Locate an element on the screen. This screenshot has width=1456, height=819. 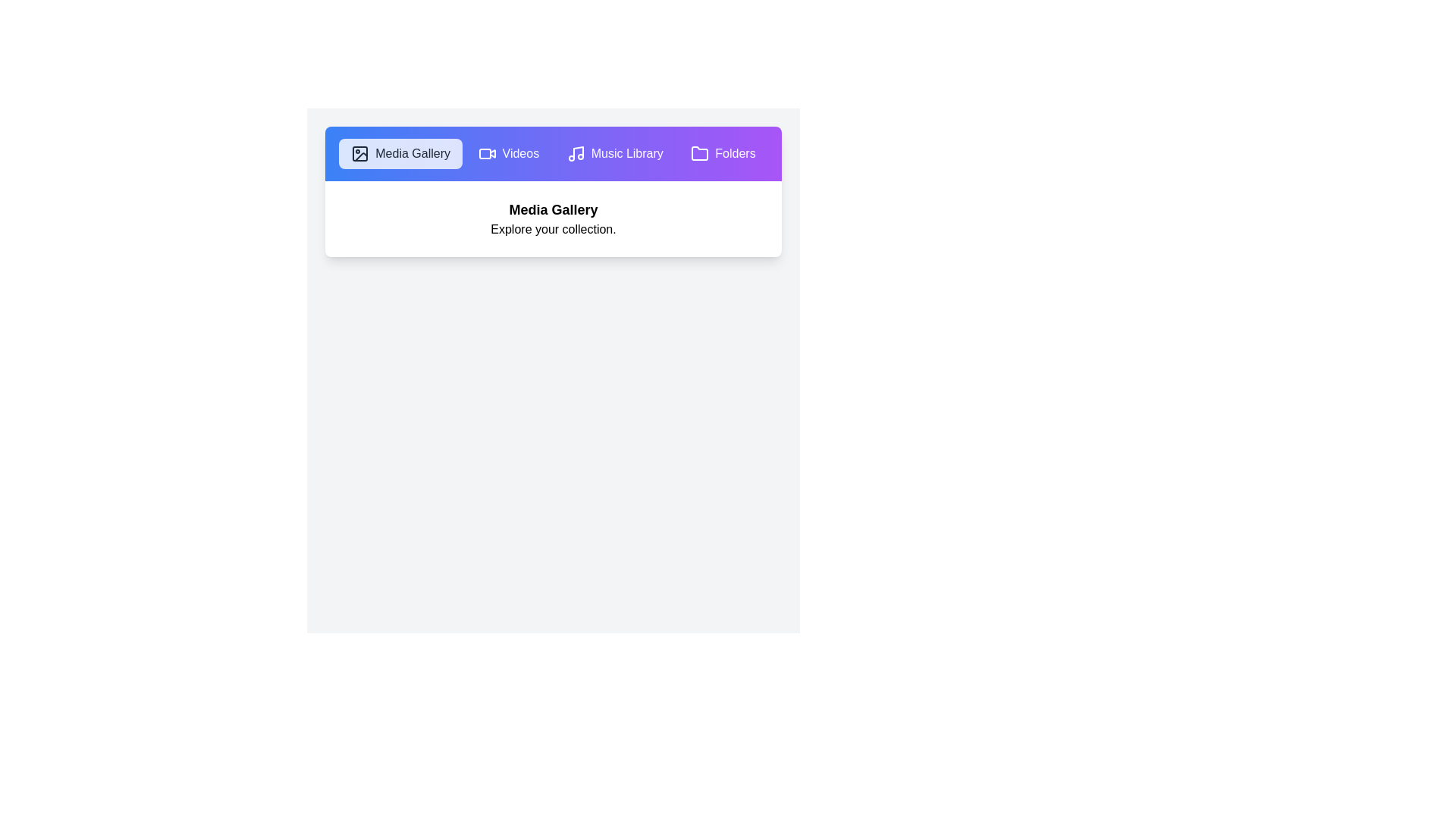
the first button from the left in the gradient purple and blue top bar is located at coordinates (400, 154).